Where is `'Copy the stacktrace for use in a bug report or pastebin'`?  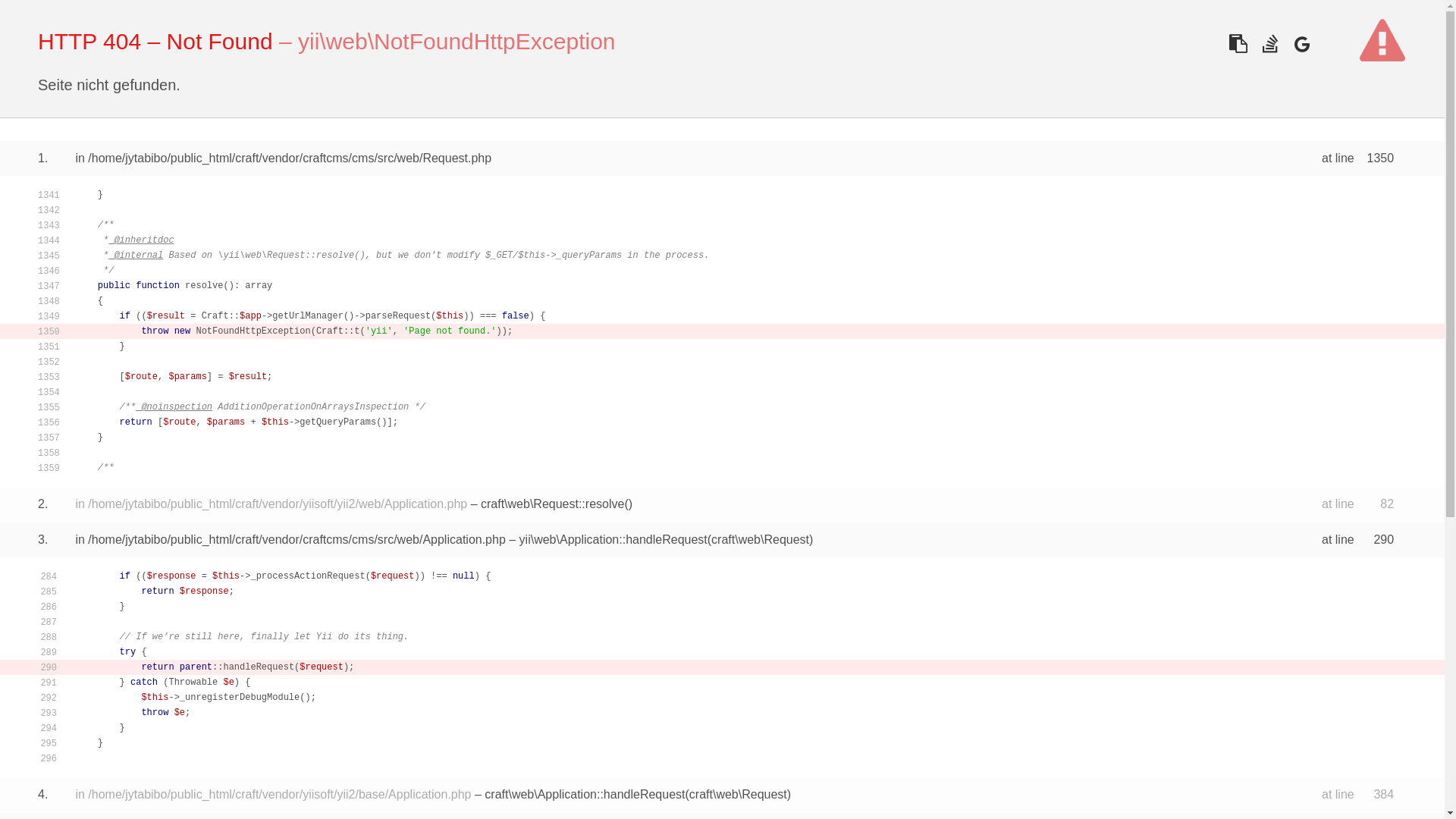
'Copy the stacktrace for use in a bug report or pastebin' is located at coordinates (1238, 42).